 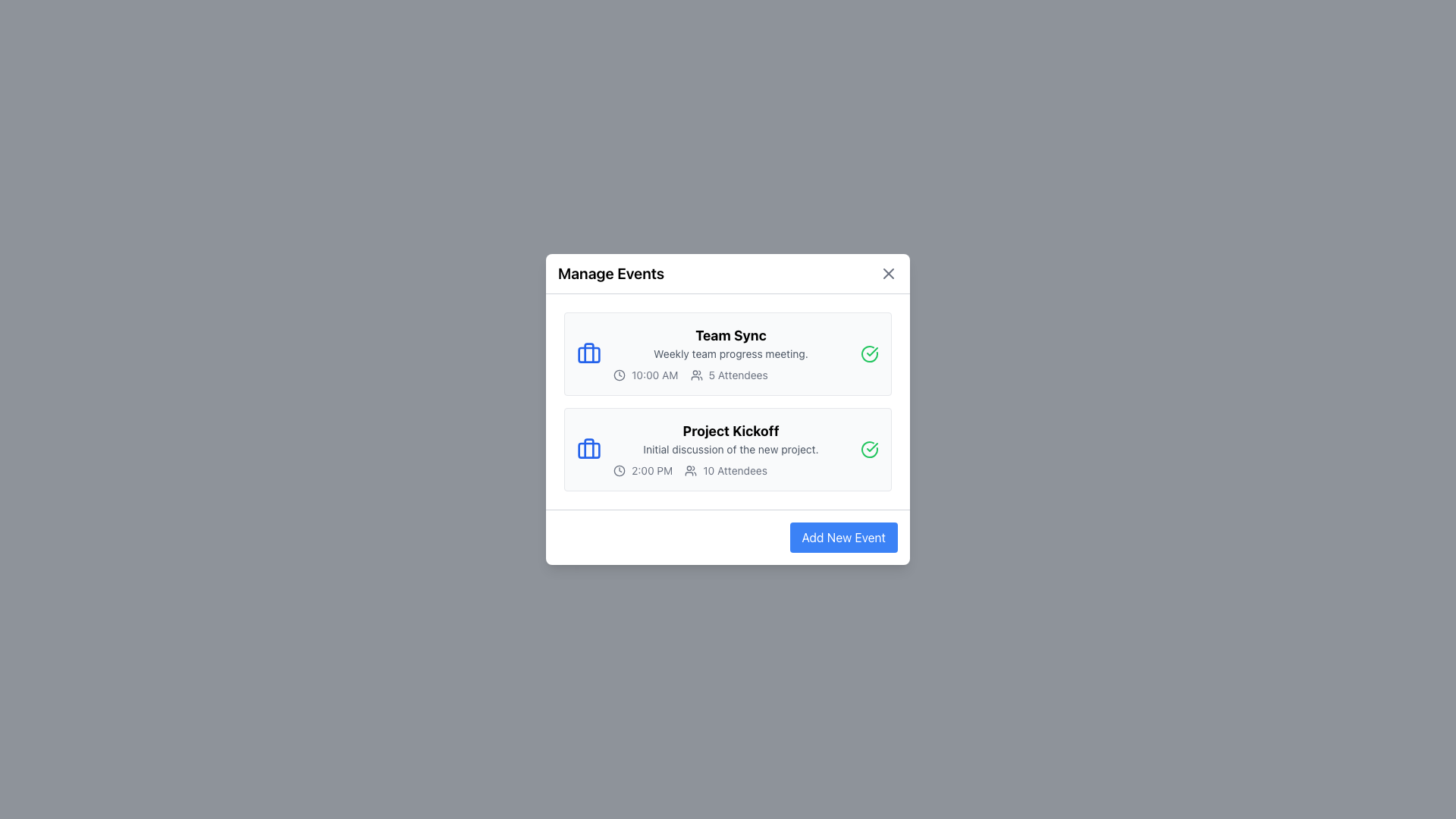 What do you see at coordinates (731, 449) in the screenshot?
I see `the text label displaying 'Initial discussion of the new project.', which is located below the 'Project Kickoff' title in the second event card of the 'Manage Events' dialog` at bounding box center [731, 449].